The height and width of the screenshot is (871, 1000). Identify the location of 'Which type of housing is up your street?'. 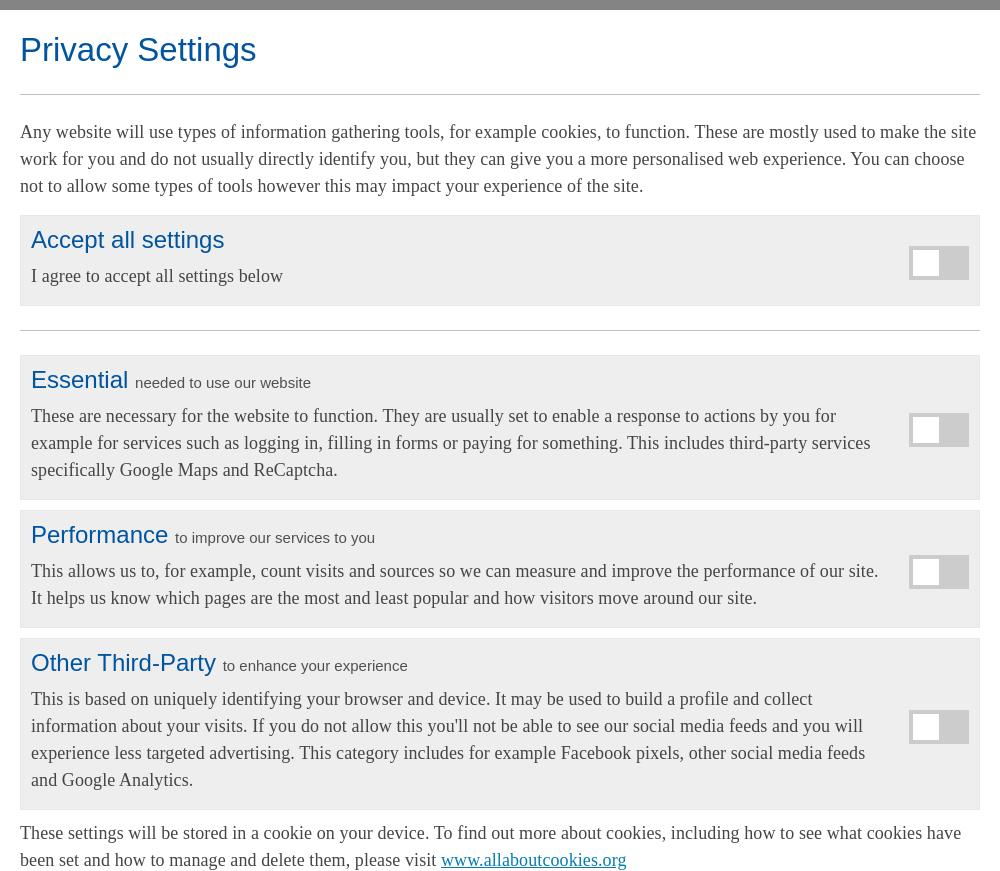
(312, 294).